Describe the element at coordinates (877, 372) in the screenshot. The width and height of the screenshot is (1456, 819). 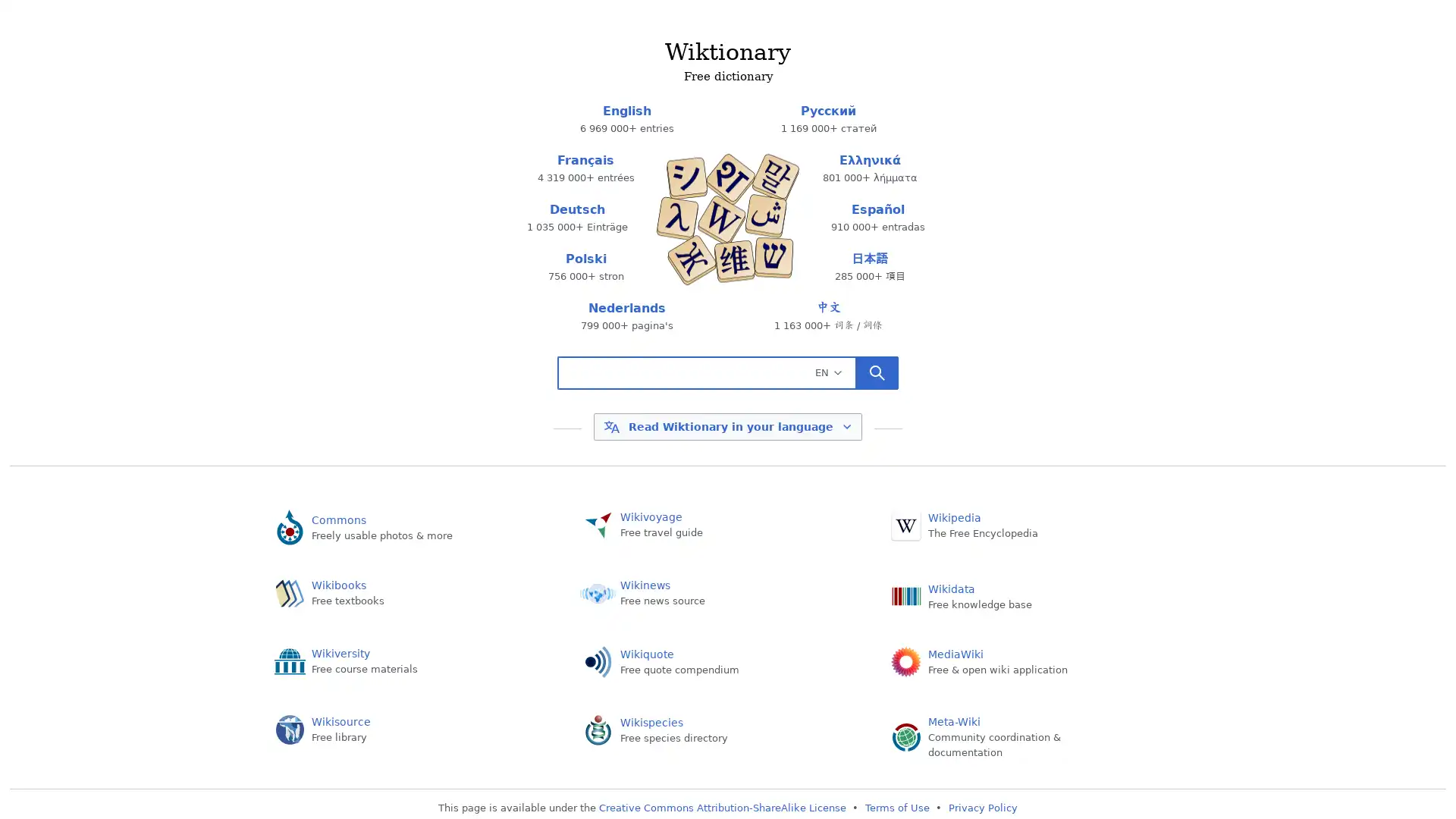
I see `Search` at that location.